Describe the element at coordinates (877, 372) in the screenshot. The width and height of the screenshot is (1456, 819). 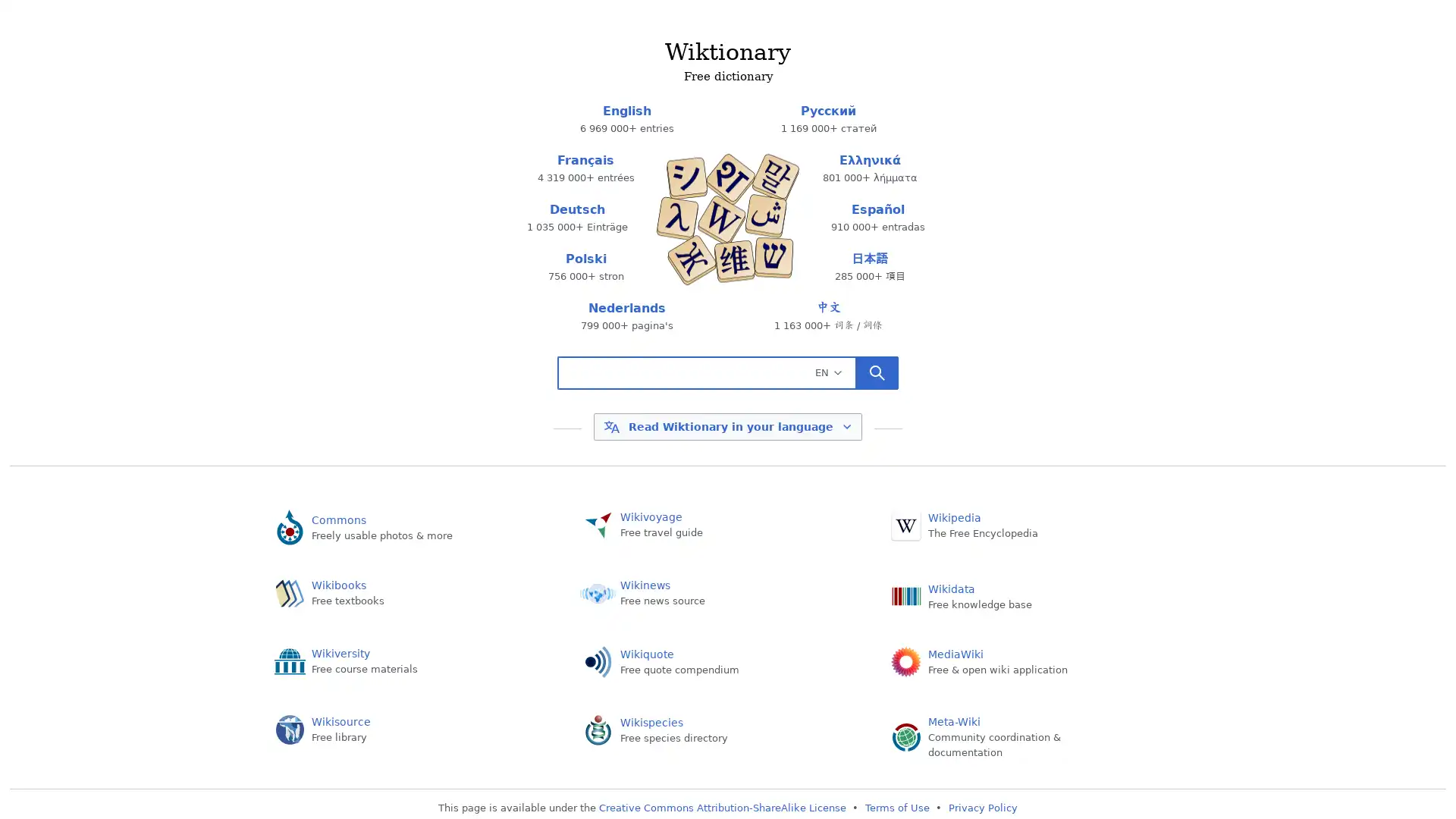
I see `Search` at that location.